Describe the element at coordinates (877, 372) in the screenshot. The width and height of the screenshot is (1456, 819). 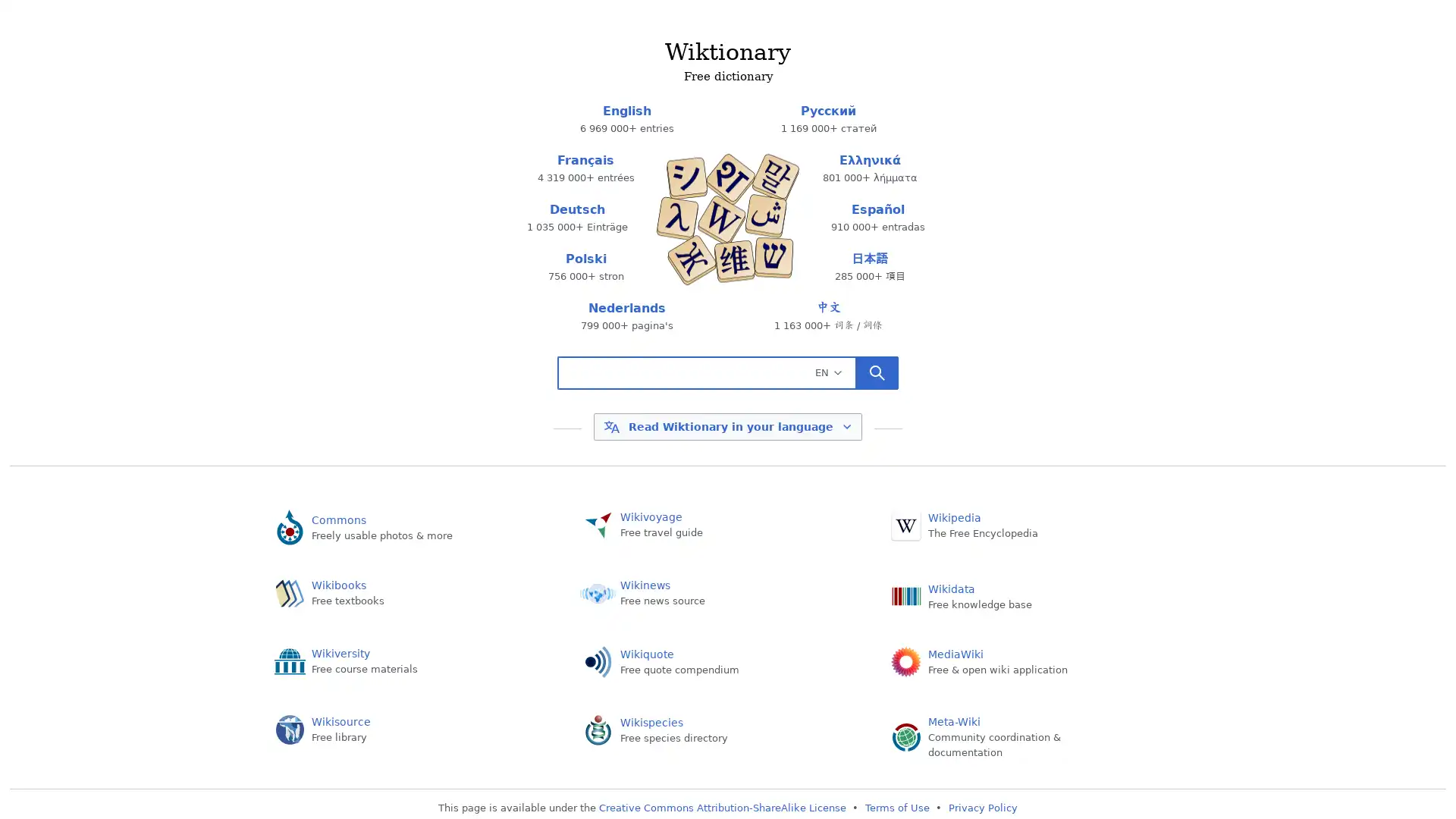
I see `Search` at that location.